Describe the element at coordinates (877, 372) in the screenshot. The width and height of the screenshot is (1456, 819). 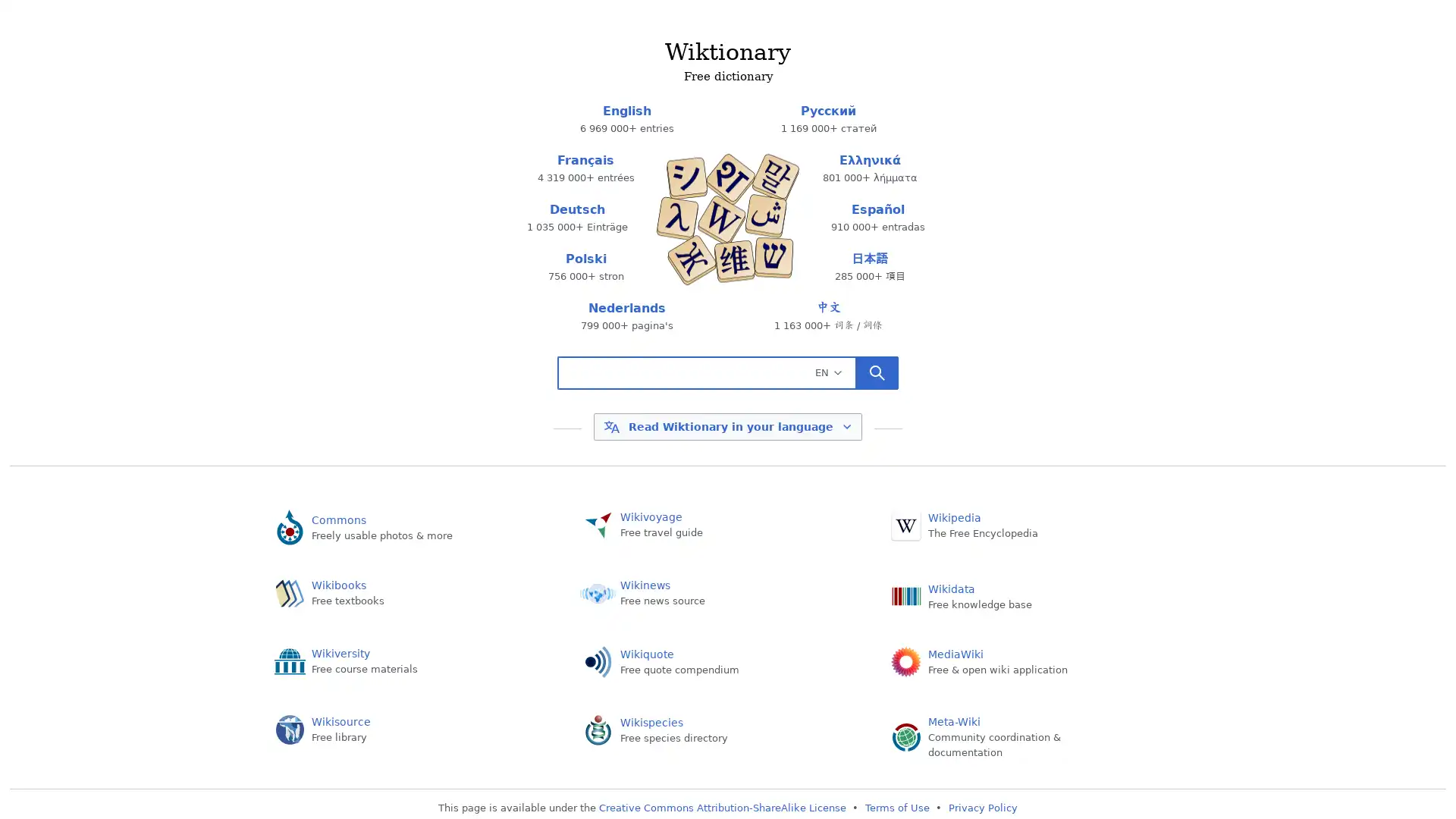
I see `Search` at that location.